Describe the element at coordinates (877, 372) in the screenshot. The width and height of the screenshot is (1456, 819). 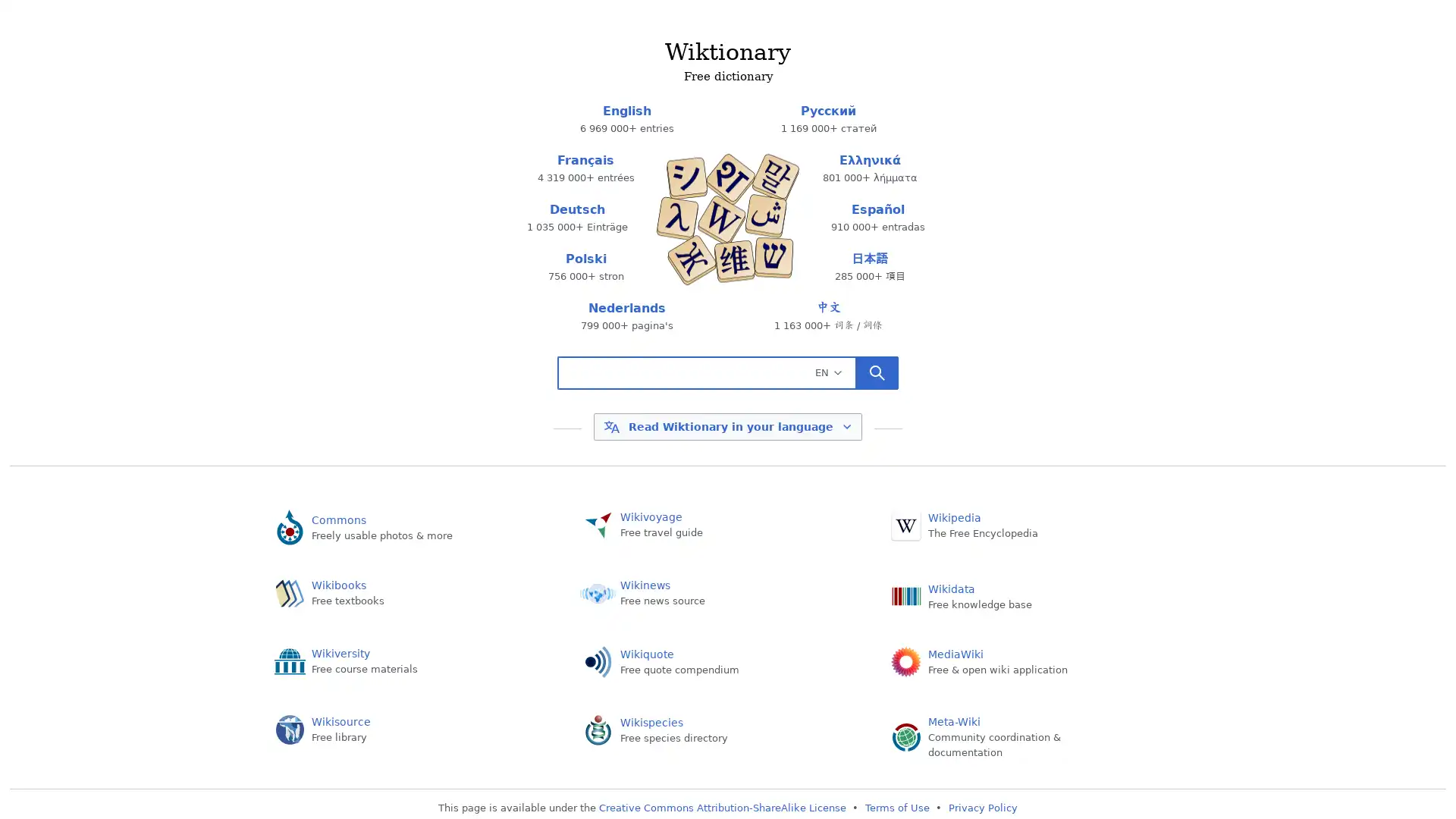
I see `Search` at that location.